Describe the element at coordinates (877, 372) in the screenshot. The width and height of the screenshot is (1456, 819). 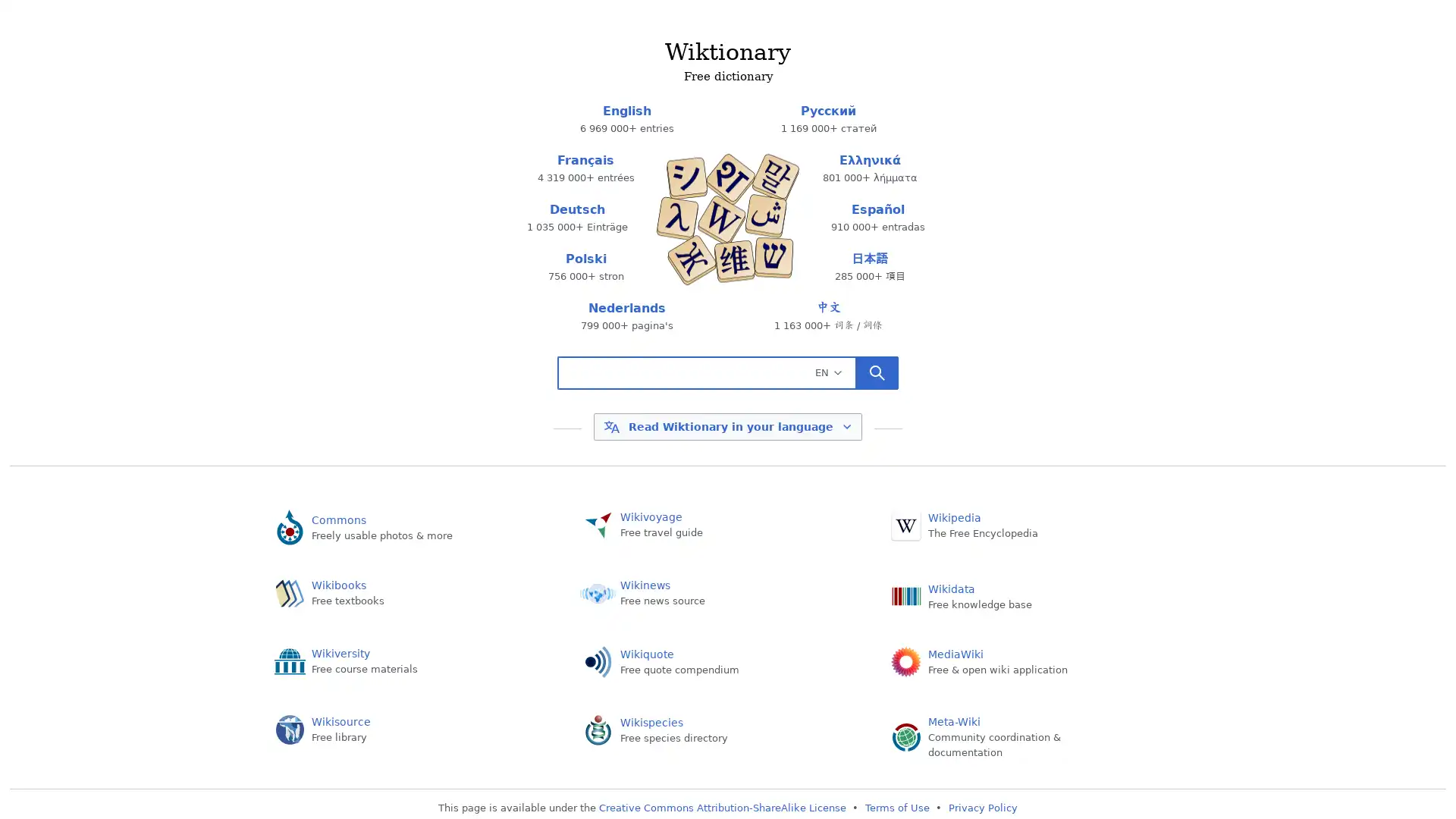
I see `Search` at that location.